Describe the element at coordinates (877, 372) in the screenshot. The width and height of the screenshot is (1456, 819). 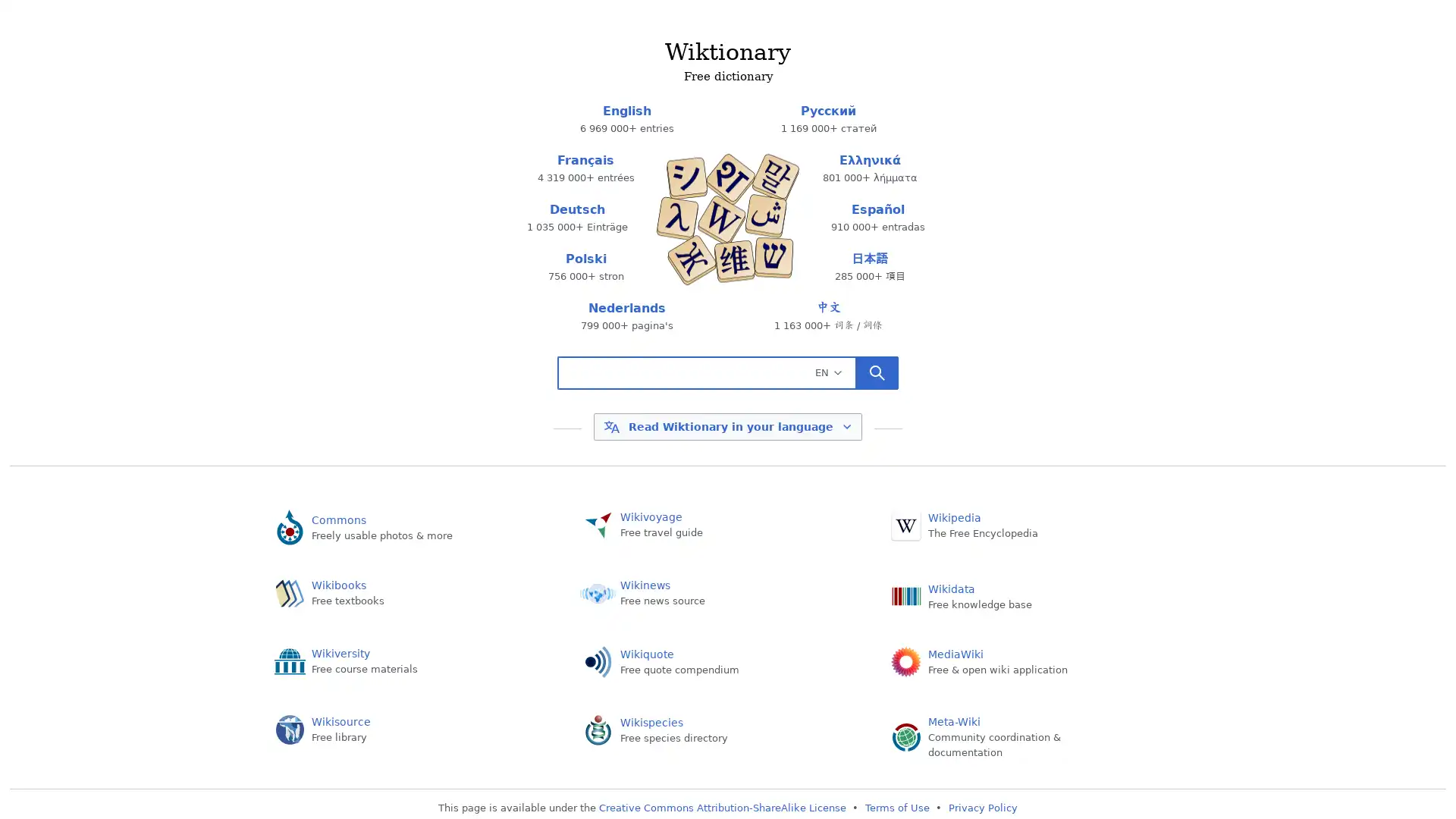
I see `Search` at that location.